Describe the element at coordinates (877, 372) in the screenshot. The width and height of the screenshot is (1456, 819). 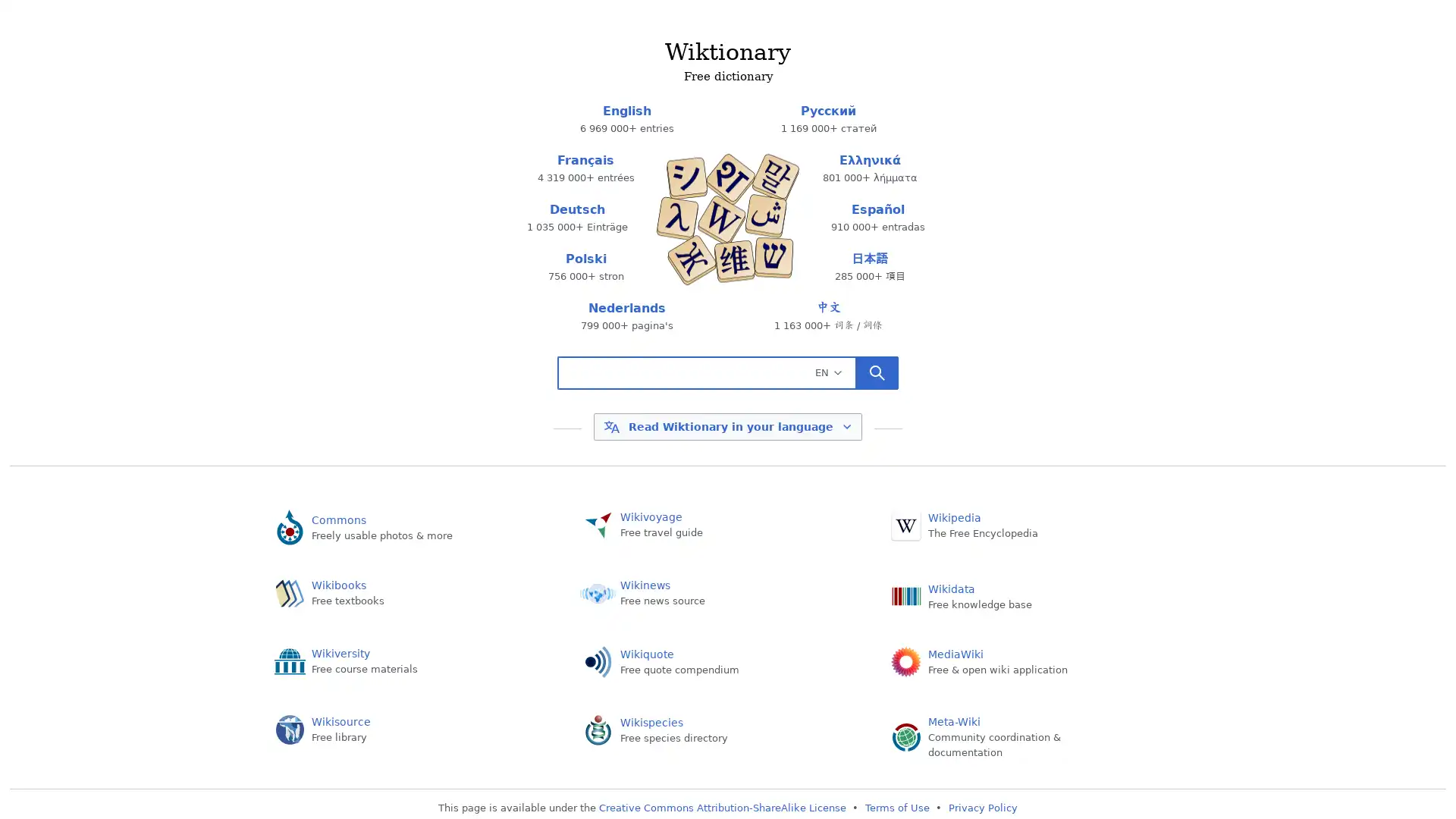
I see `Search` at that location.